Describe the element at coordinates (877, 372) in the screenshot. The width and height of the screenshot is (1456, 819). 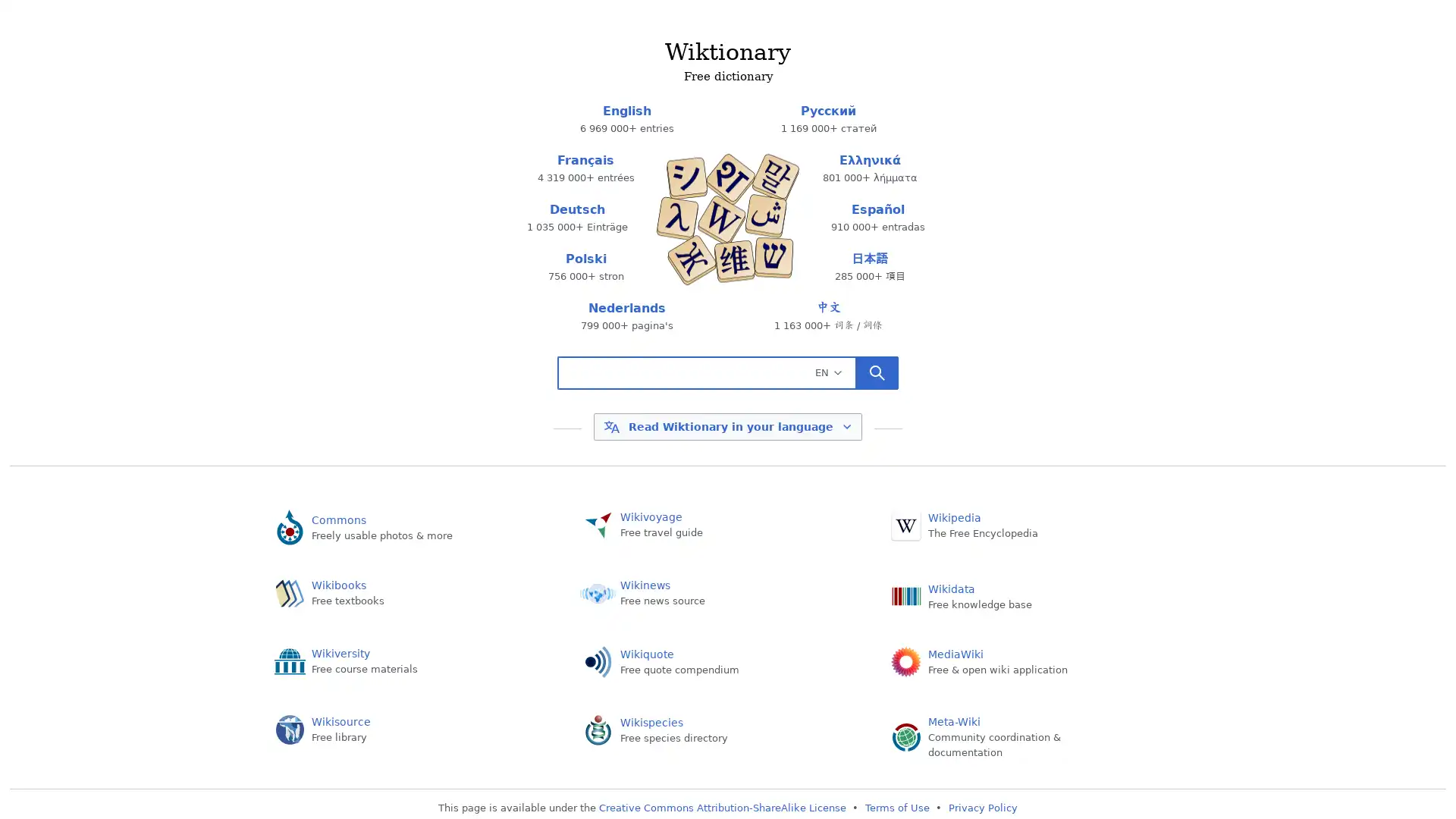
I see `Search` at that location.